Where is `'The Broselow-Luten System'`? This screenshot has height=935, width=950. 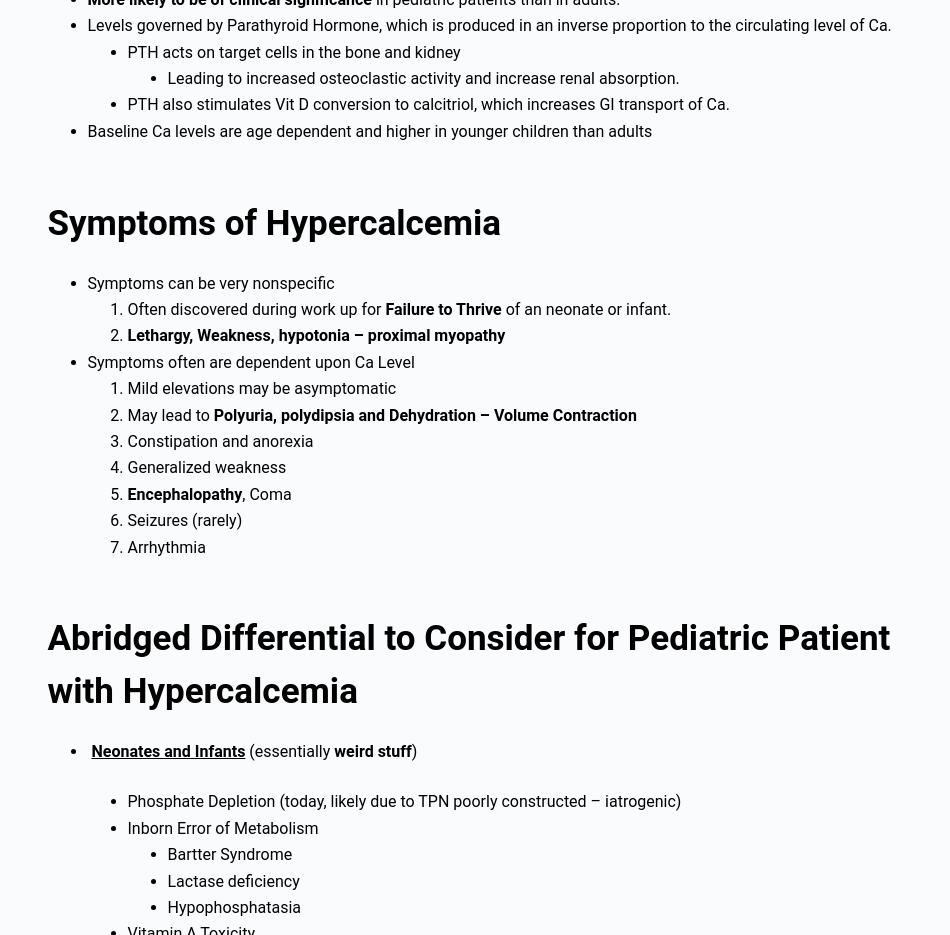 'The Broselow-Luten System' is located at coordinates (146, 199).